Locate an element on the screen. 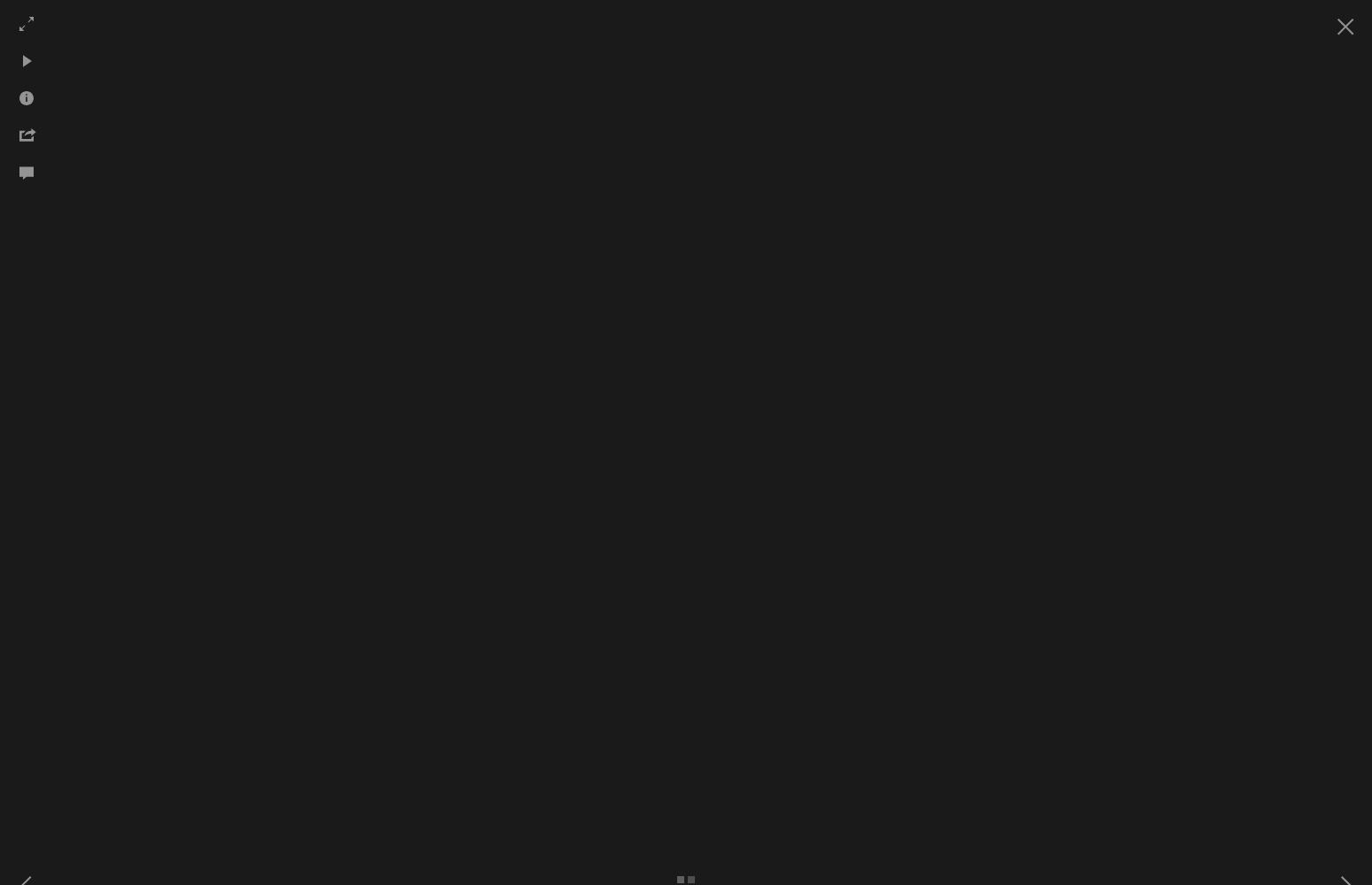  'Spiders' is located at coordinates (774, 204).